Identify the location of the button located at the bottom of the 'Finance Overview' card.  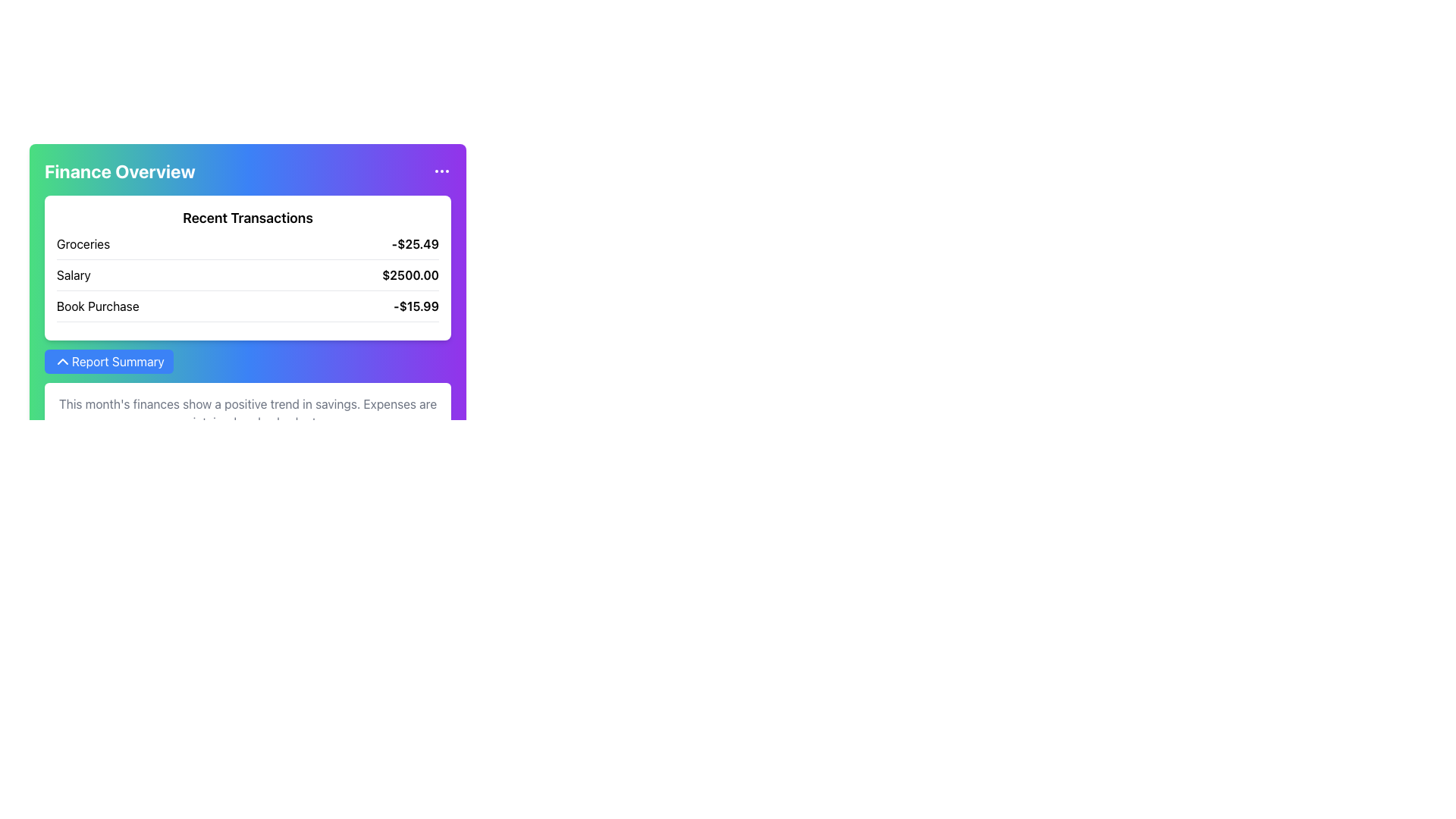
(108, 362).